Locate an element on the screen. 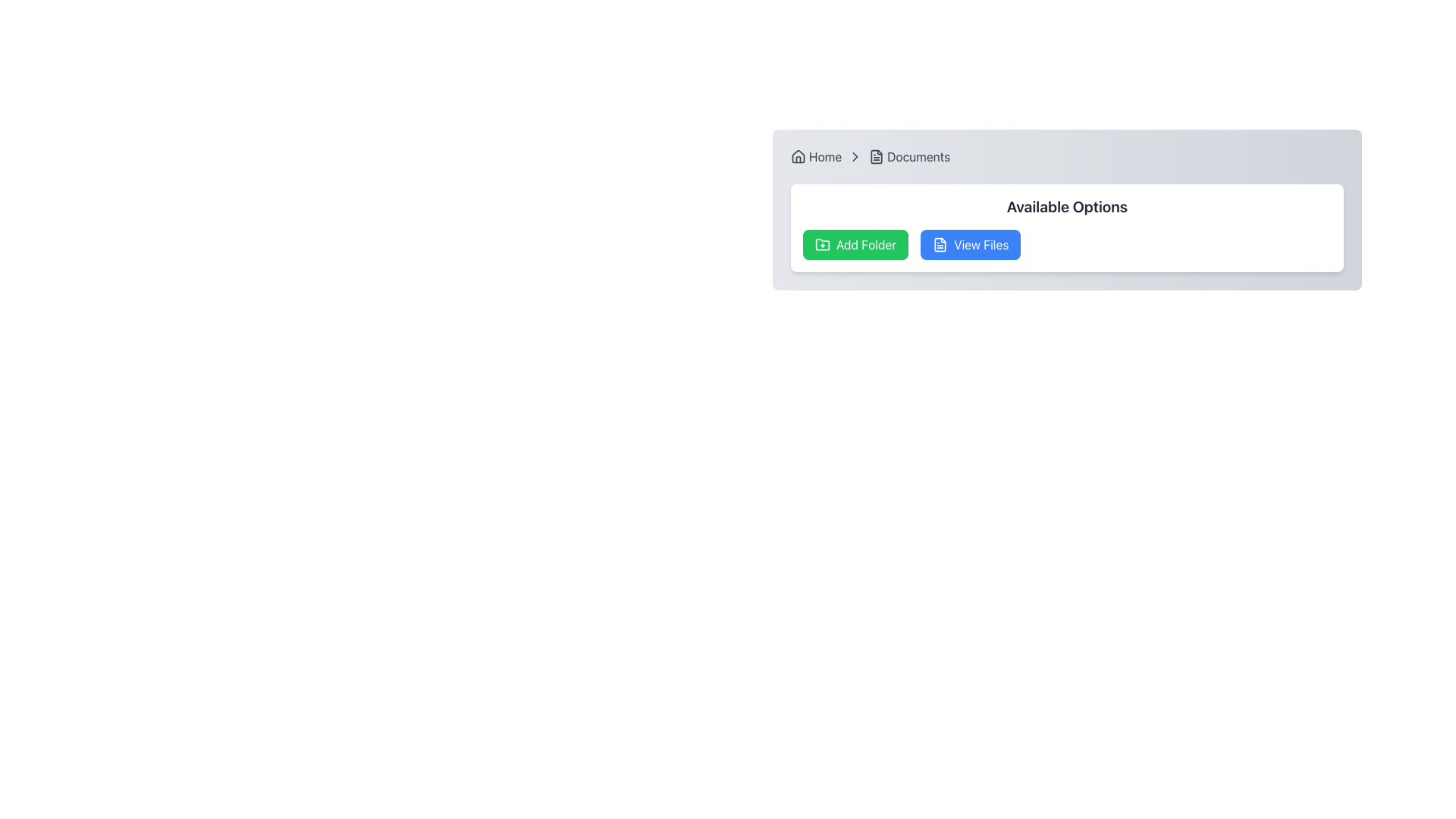  the Breadcrumb link text labeled 'Documents' is located at coordinates (918, 157).